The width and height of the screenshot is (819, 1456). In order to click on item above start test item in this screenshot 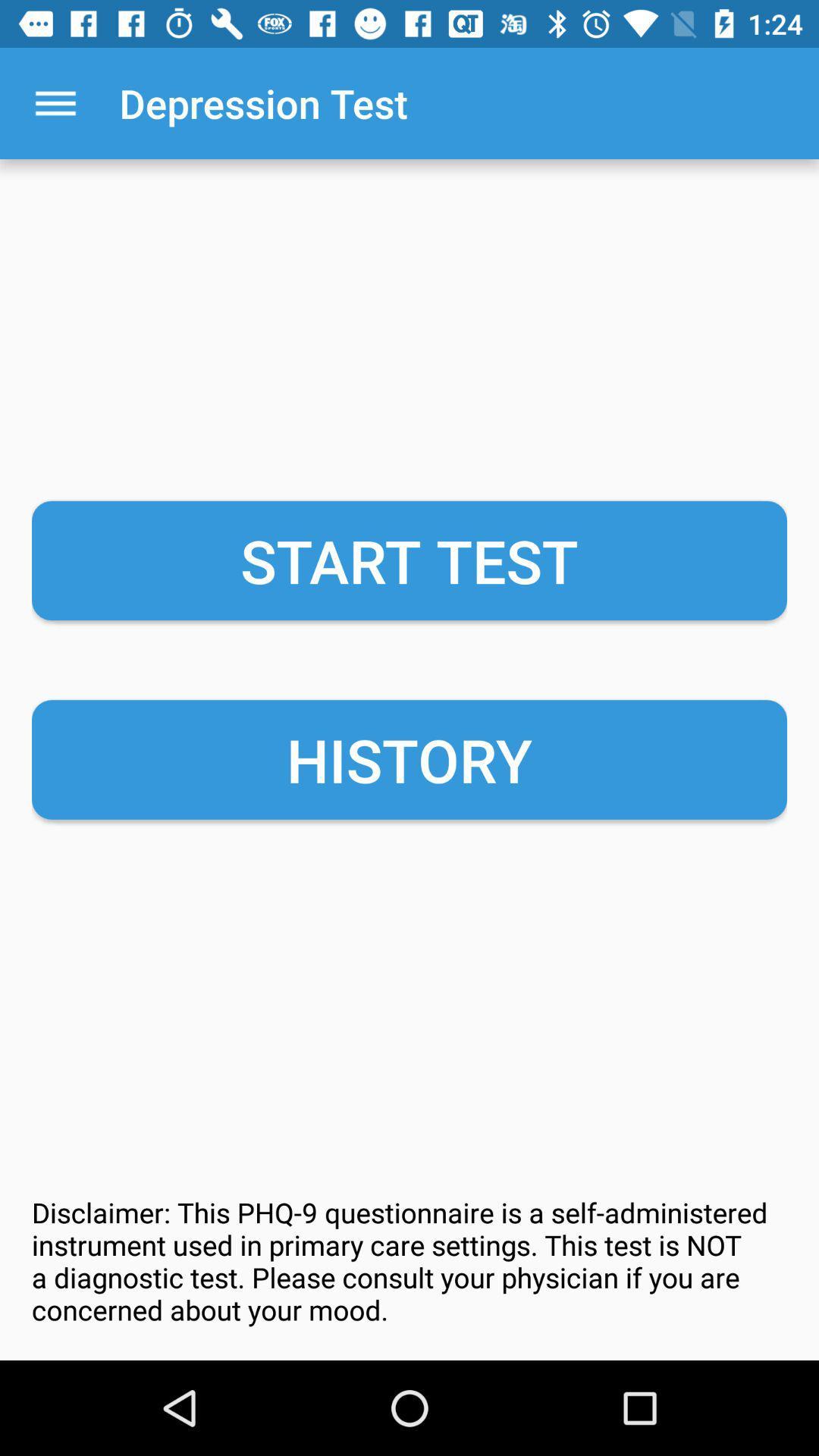, I will do `click(55, 102)`.